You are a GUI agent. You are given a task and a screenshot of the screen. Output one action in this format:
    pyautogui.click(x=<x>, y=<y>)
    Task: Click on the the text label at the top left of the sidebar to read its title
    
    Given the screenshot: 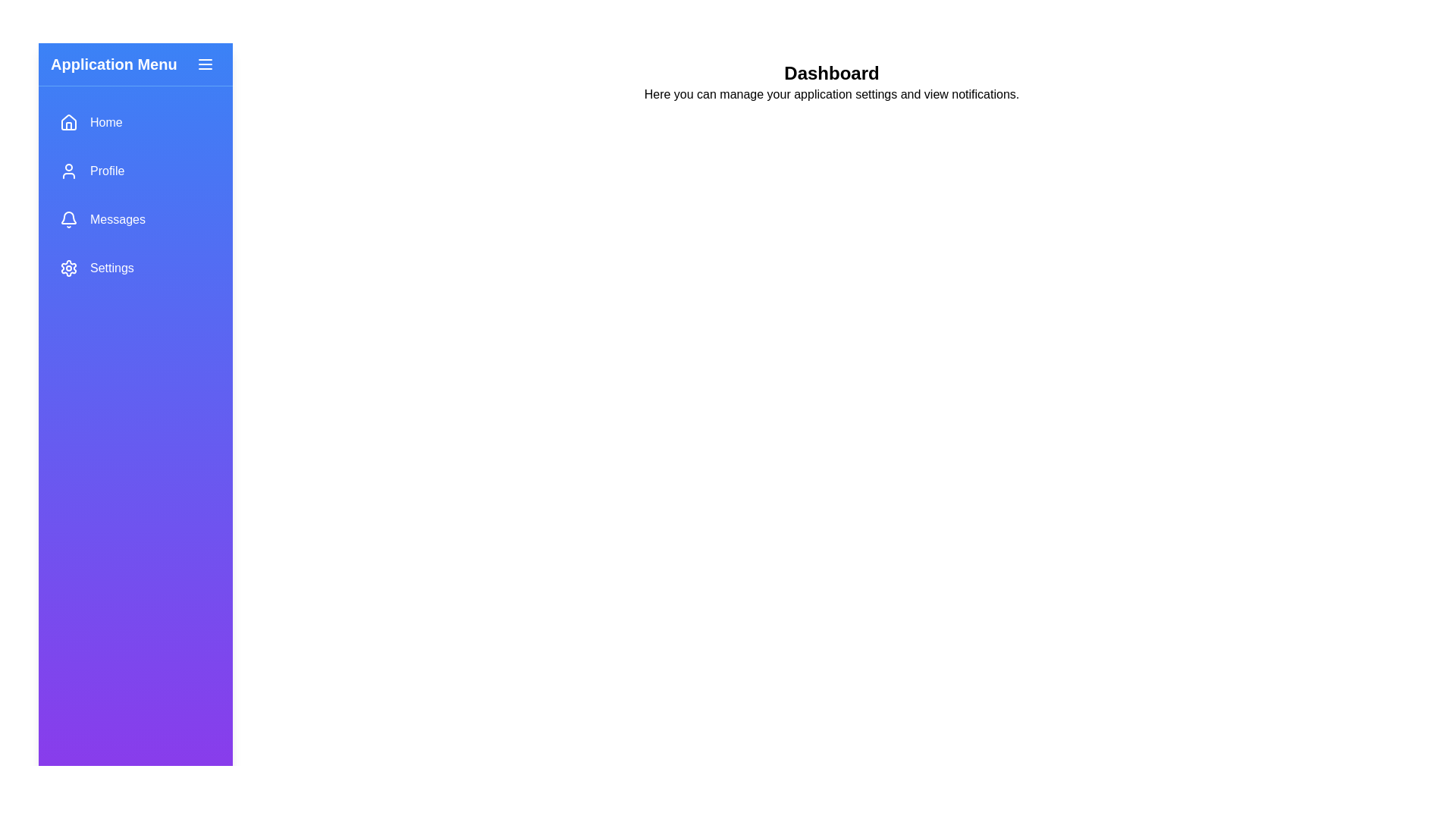 What is the action you would take?
    pyautogui.click(x=113, y=63)
    